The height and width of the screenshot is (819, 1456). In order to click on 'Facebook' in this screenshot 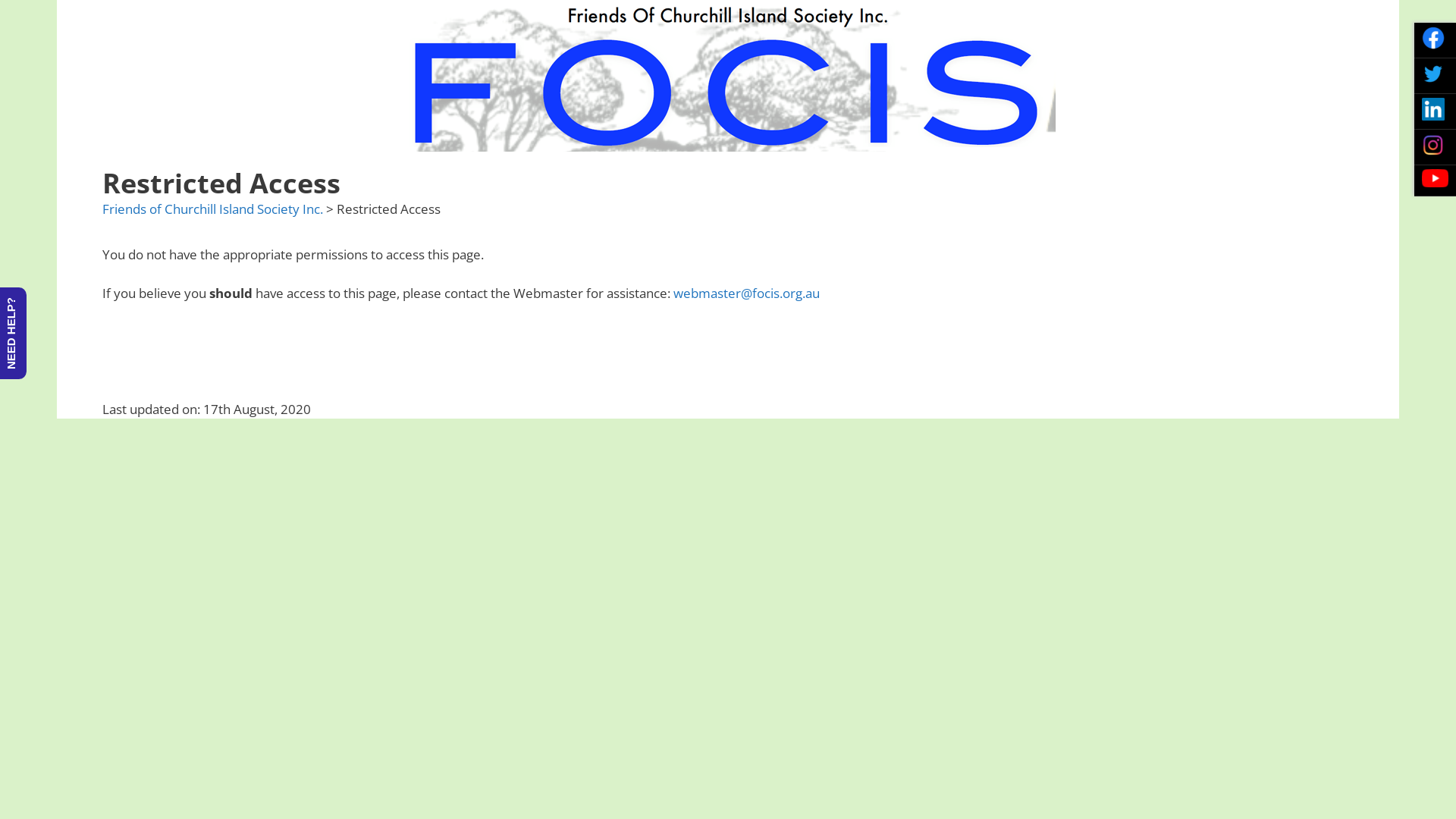, I will do `click(1432, 37)`.